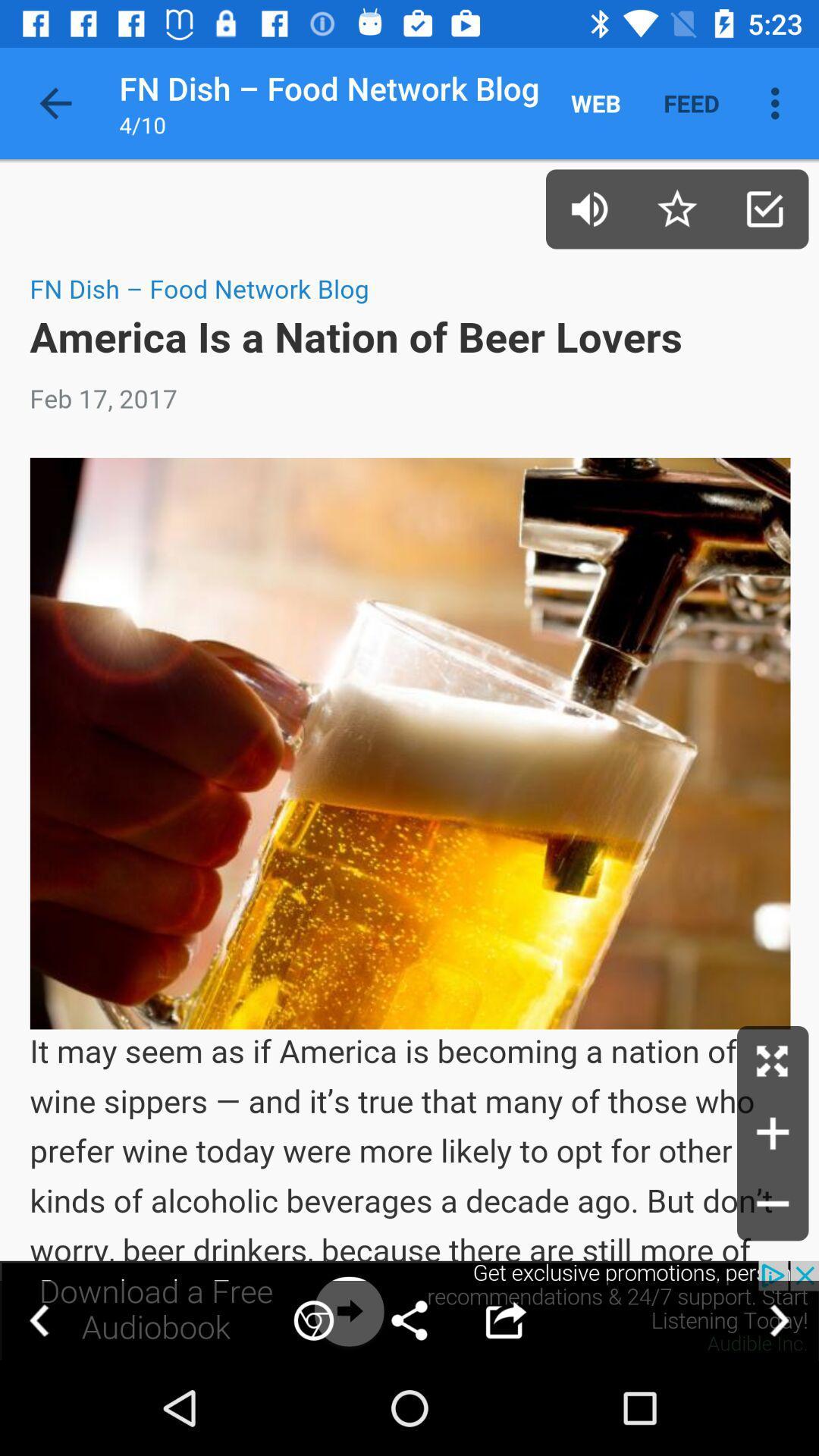 This screenshot has width=819, height=1456. What do you see at coordinates (39, 1319) in the screenshot?
I see `the arrow_backward icon` at bounding box center [39, 1319].